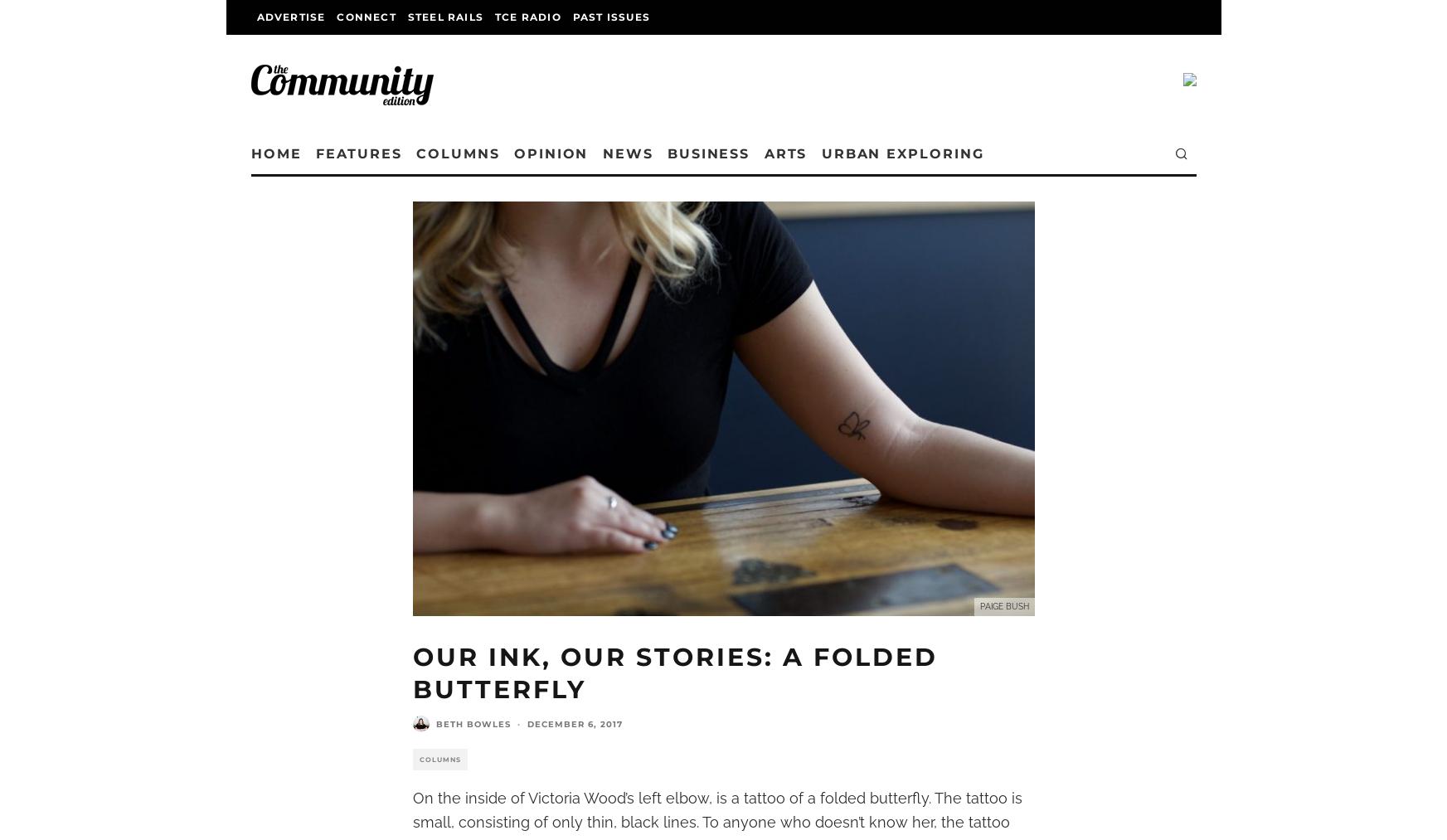 This screenshot has height=840, width=1447. I want to click on 'Advertise', so click(290, 16).